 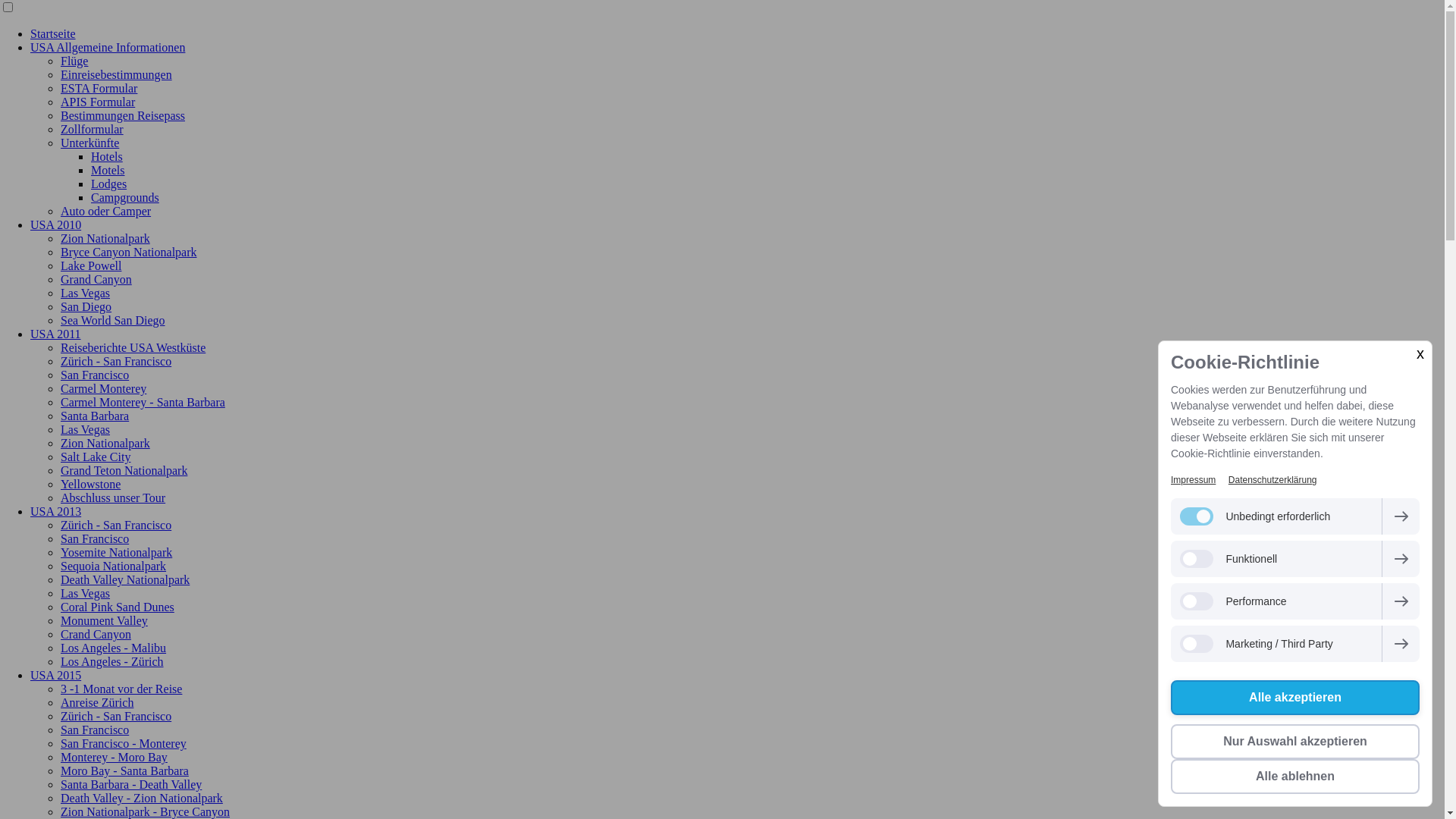 I want to click on 'APIS Formular', so click(x=97, y=102).